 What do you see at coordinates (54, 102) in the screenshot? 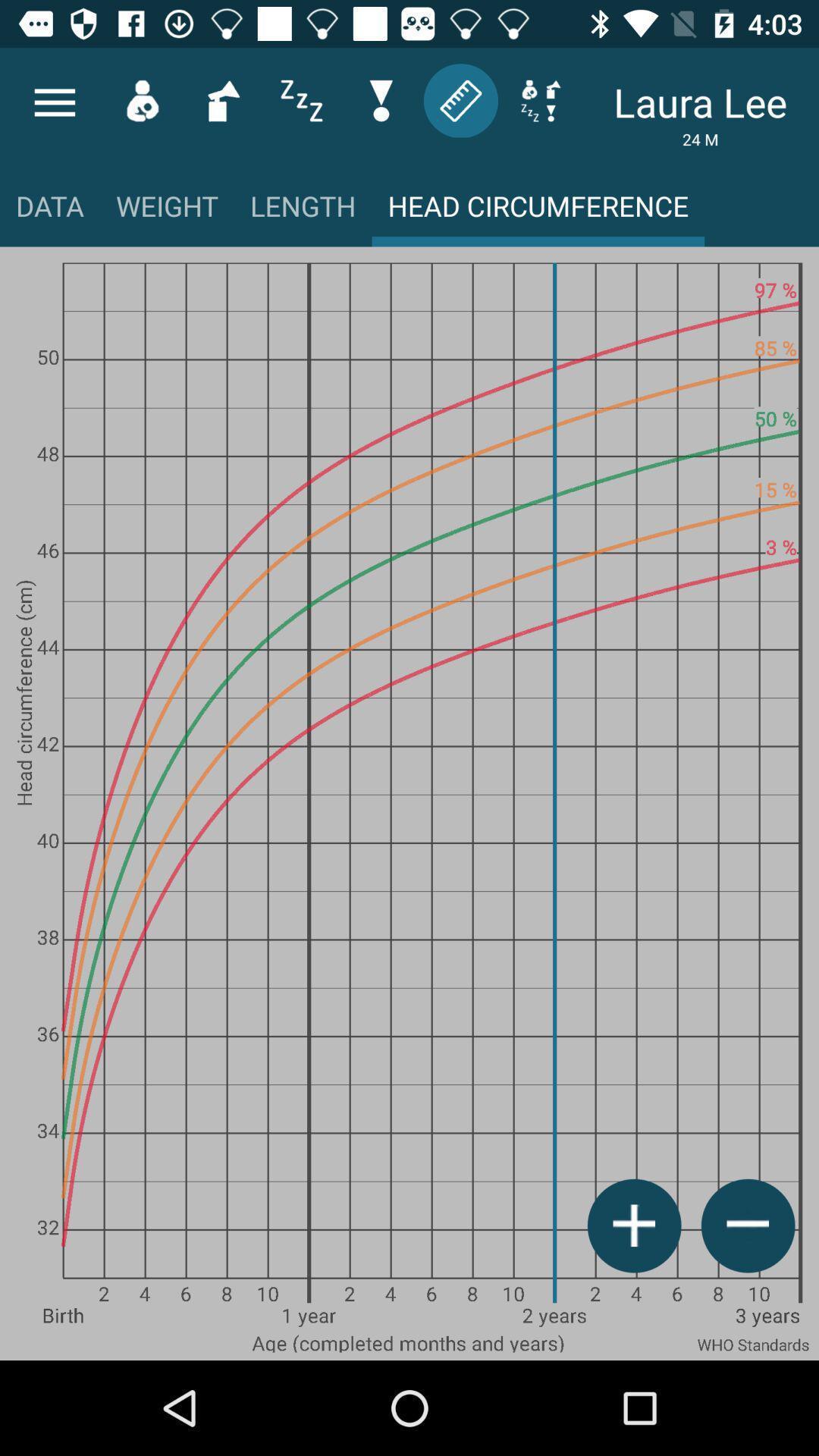
I see `the menu icon` at bounding box center [54, 102].